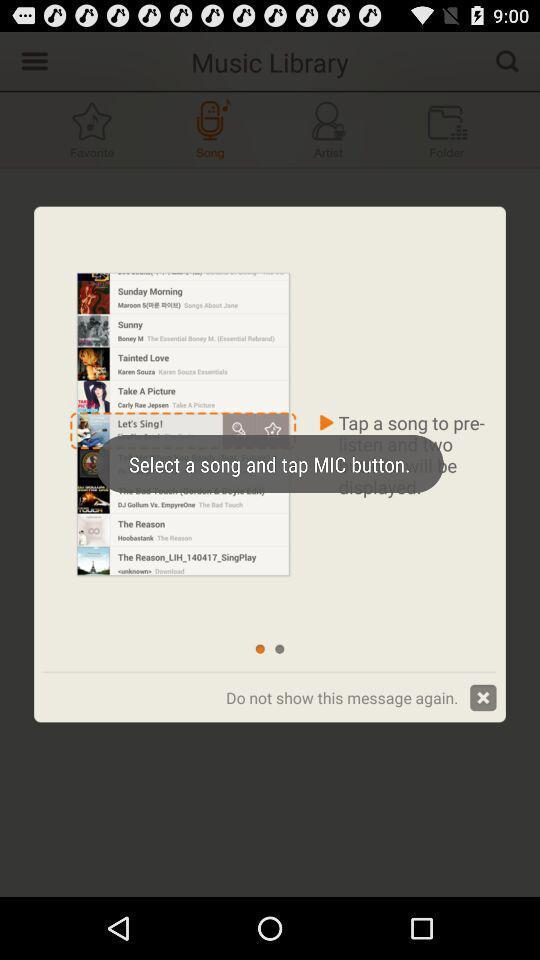 The height and width of the screenshot is (960, 540). Describe the element at coordinates (91, 128) in the screenshot. I see `the icon which is to the left of song button` at that location.